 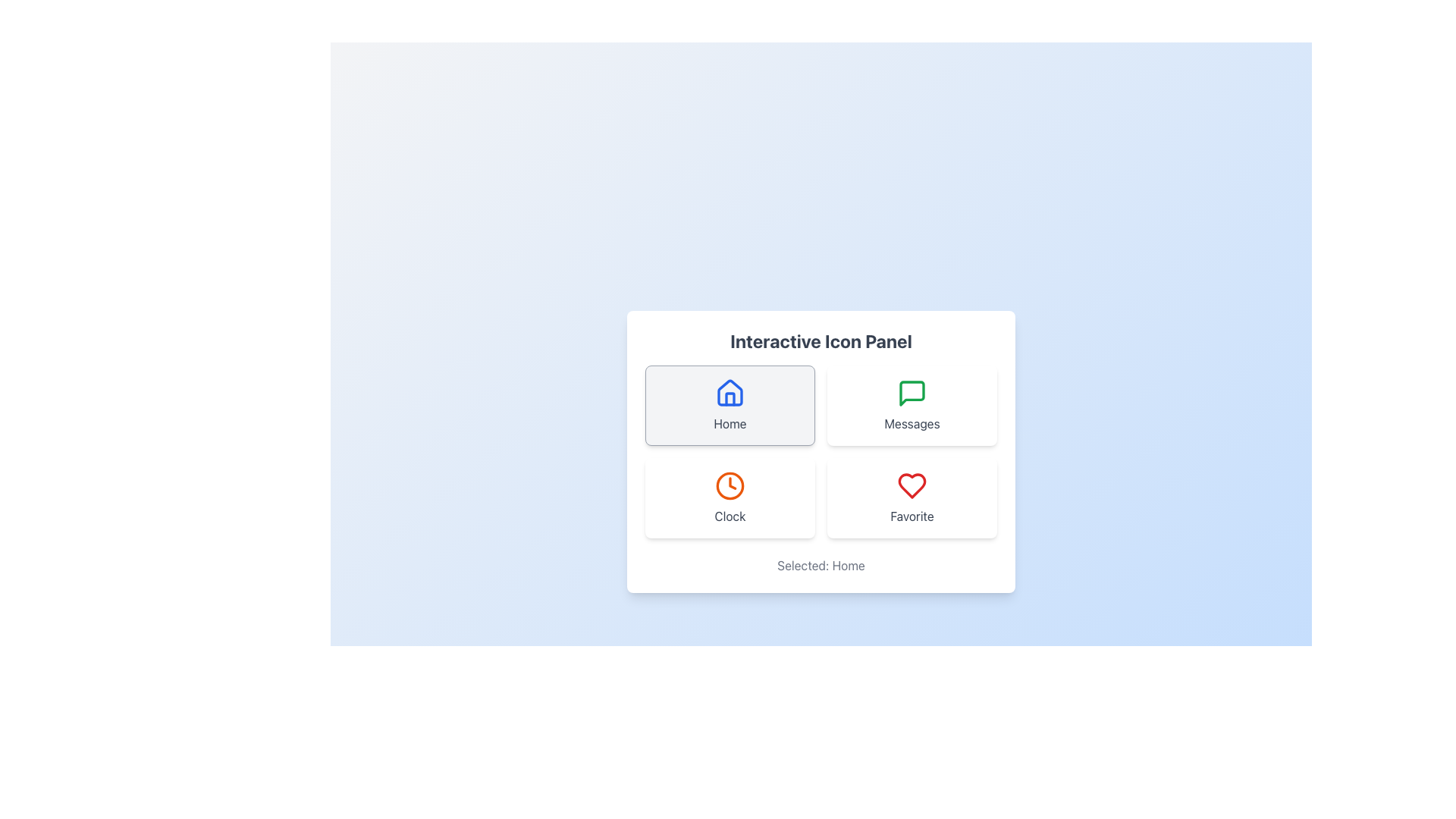 What do you see at coordinates (730, 497) in the screenshot?
I see `the Clickable tile with an orange clock icon and 'Clock' label` at bounding box center [730, 497].